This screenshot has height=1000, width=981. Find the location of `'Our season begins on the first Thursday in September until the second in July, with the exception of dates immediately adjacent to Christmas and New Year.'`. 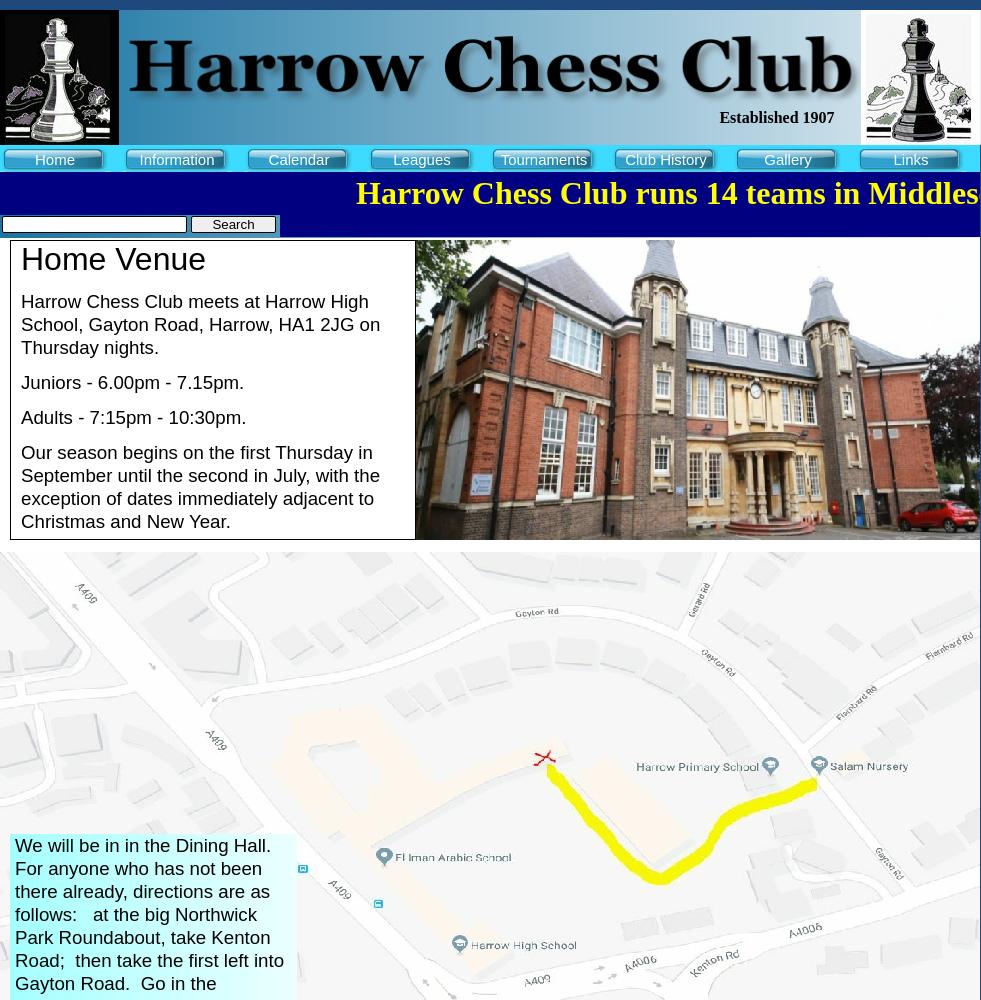

'Our season begins on the first Thursday in September until the second in July, with the exception of dates immediately adjacent to Christmas and New Year.' is located at coordinates (199, 486).